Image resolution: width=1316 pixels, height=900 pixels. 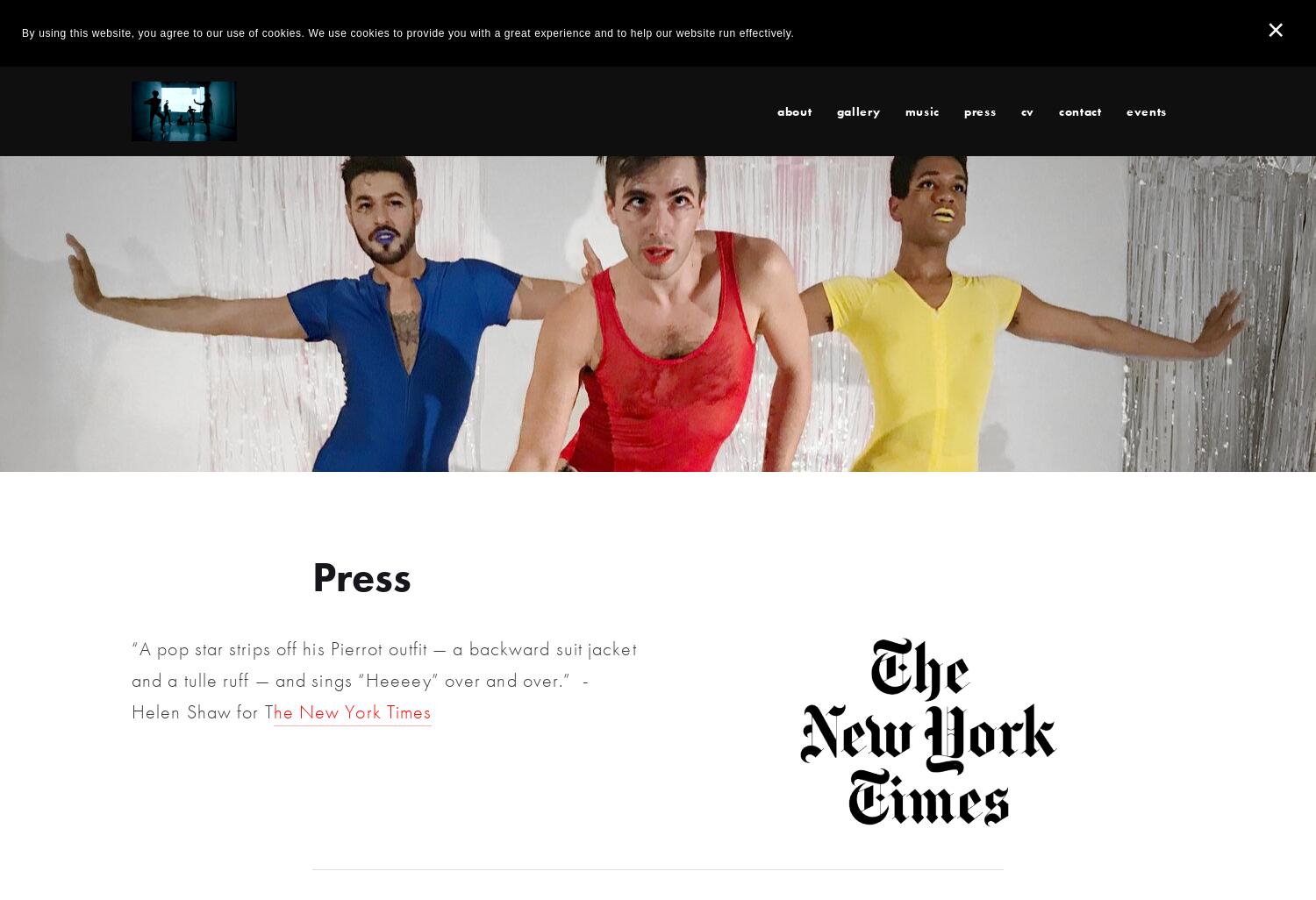 What do you see at coordinates (857, 110) in the screenshot?
I see `'Gallery'` at bounding box center [857, 110].